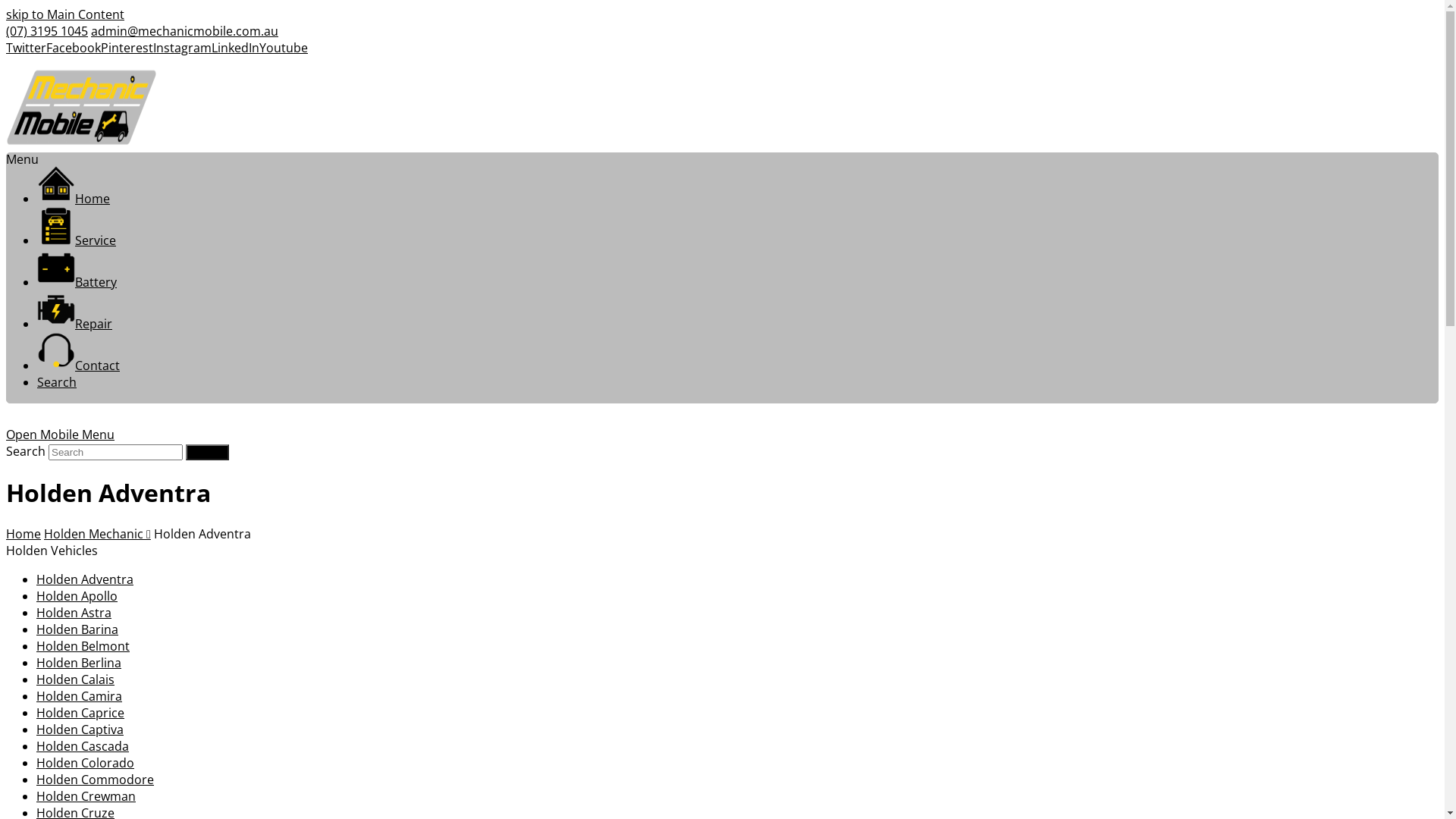  What do you see at coordinates (78, 662) in the screenshot?
I see `'Holden Berlina'` at bounding box center [78, 662].